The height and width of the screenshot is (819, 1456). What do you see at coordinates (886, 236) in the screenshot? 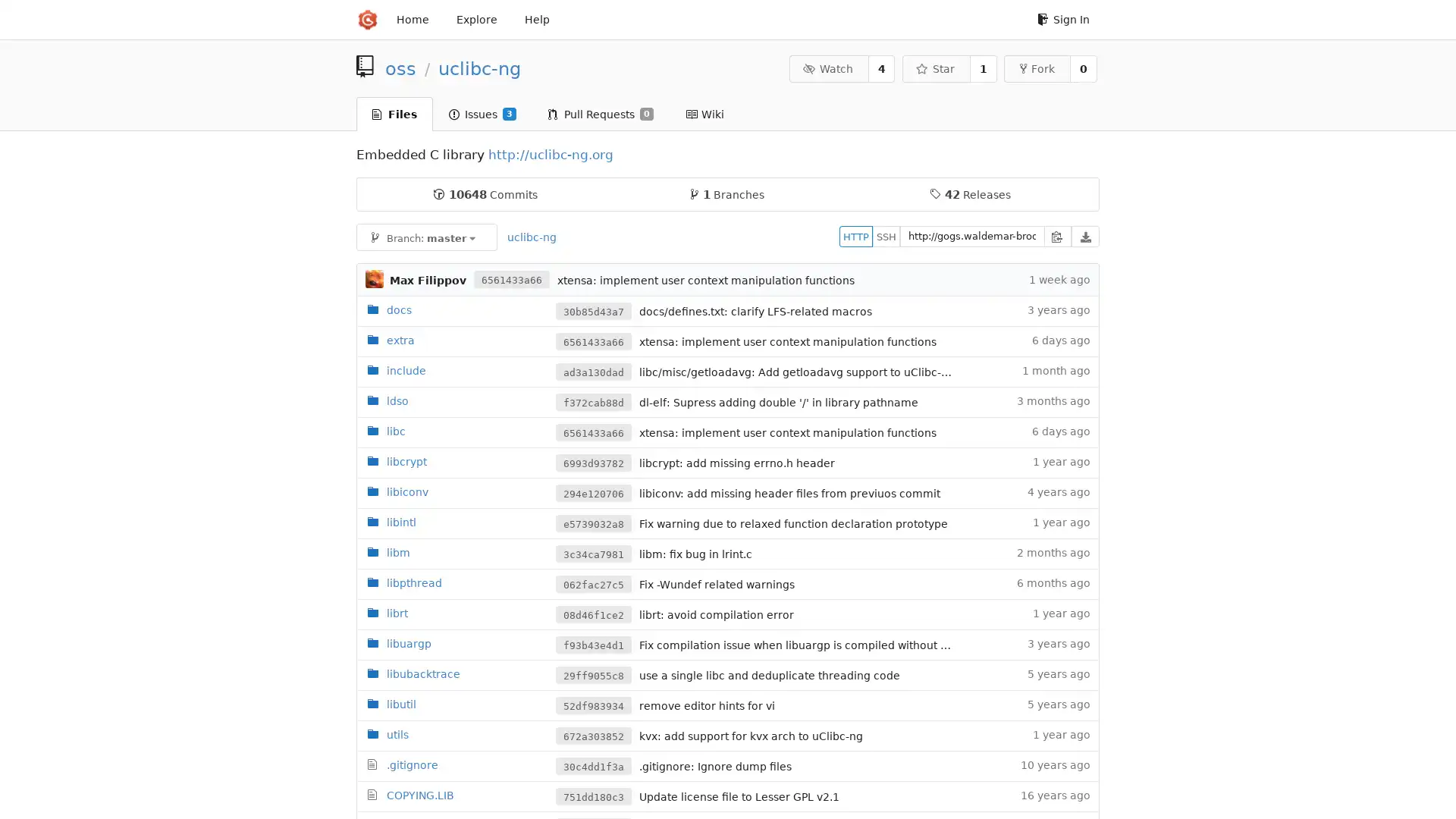
I see `SSH` at bounding box center [886, 236].